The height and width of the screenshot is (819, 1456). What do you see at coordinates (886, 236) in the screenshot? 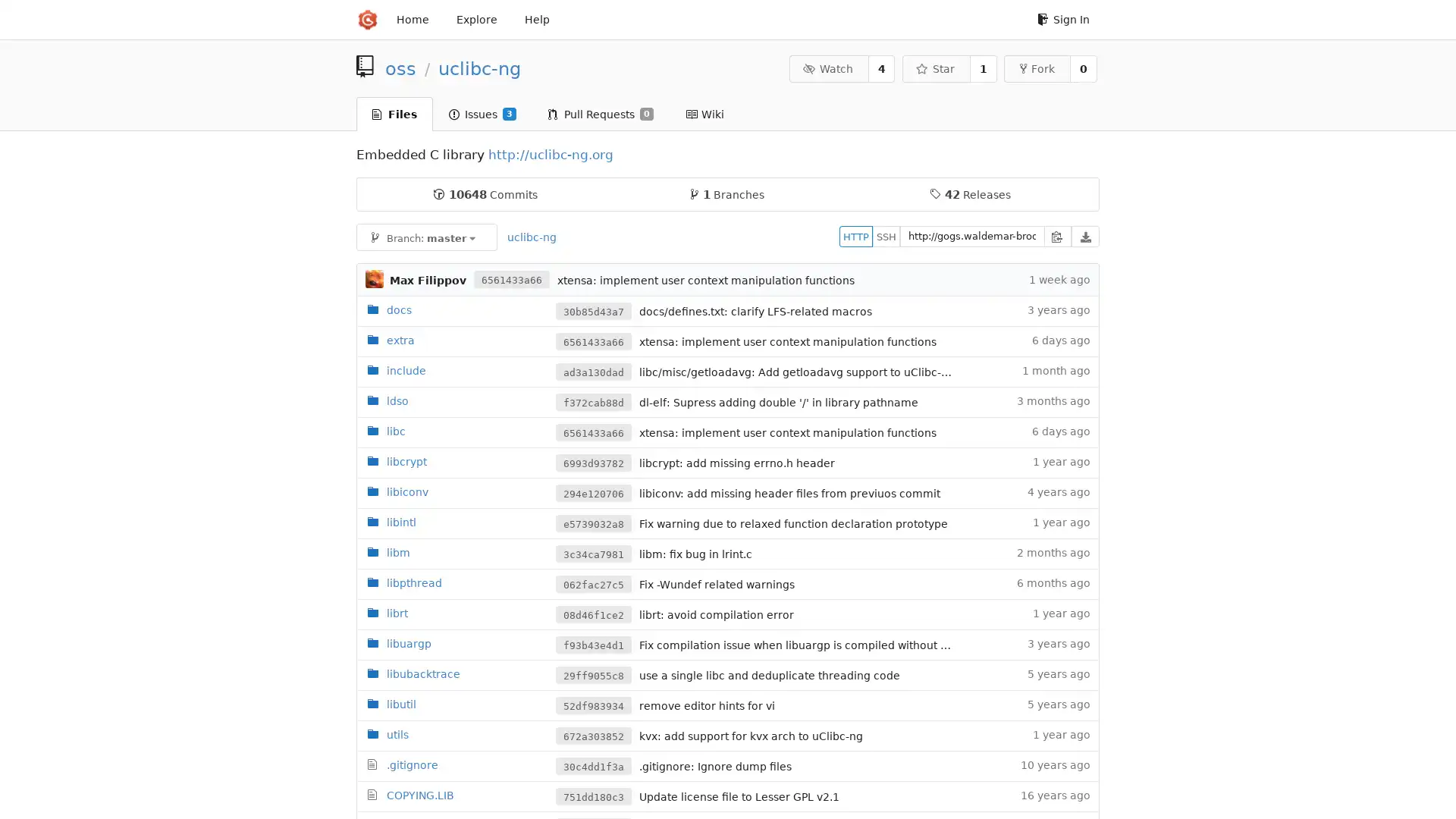
I see `SSH` at bounding box center [886, 236].